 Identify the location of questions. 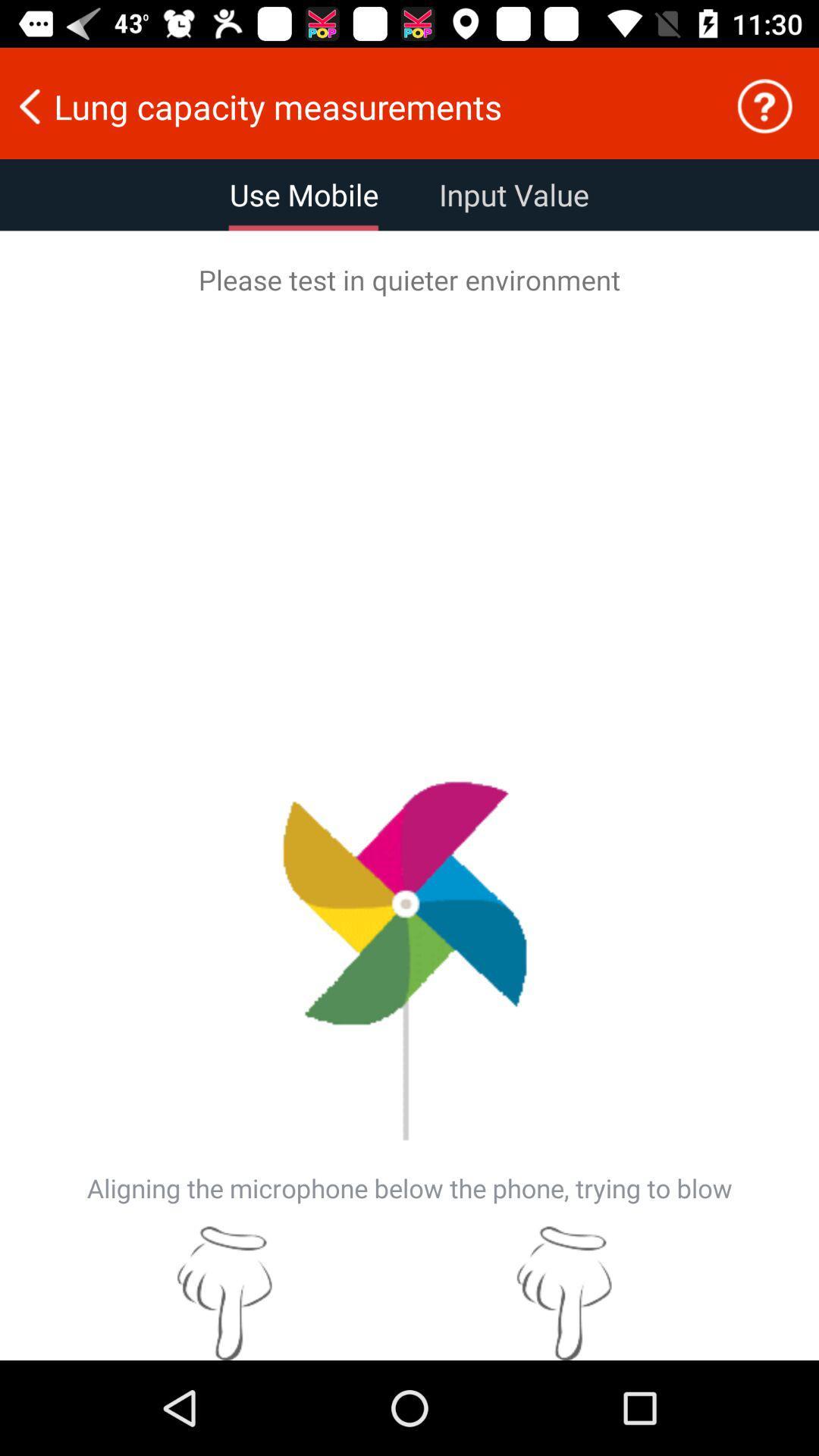
(764, 105).